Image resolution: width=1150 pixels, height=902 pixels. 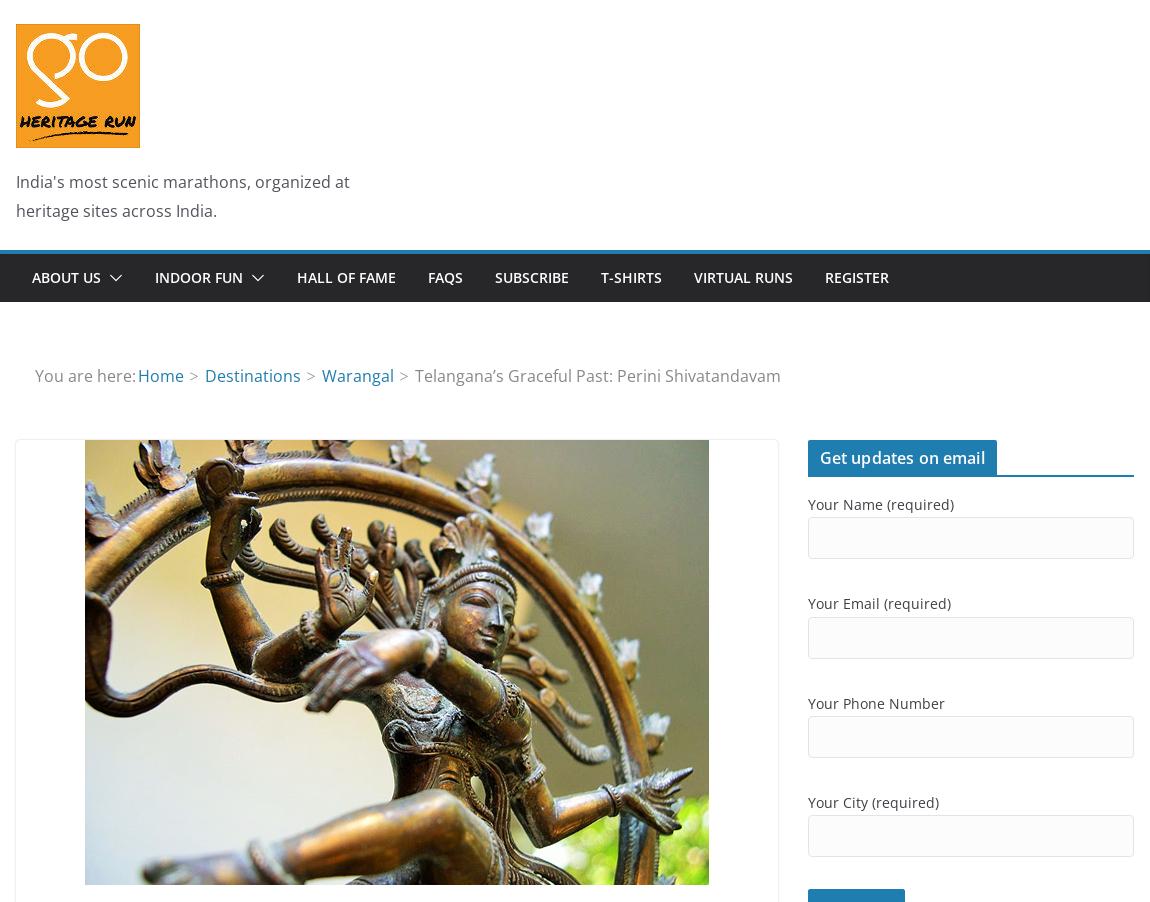 What do you see at coordinates (630, 276) in the screenshot?
I see `'T-shirts'` at bounding box center [630, 276].